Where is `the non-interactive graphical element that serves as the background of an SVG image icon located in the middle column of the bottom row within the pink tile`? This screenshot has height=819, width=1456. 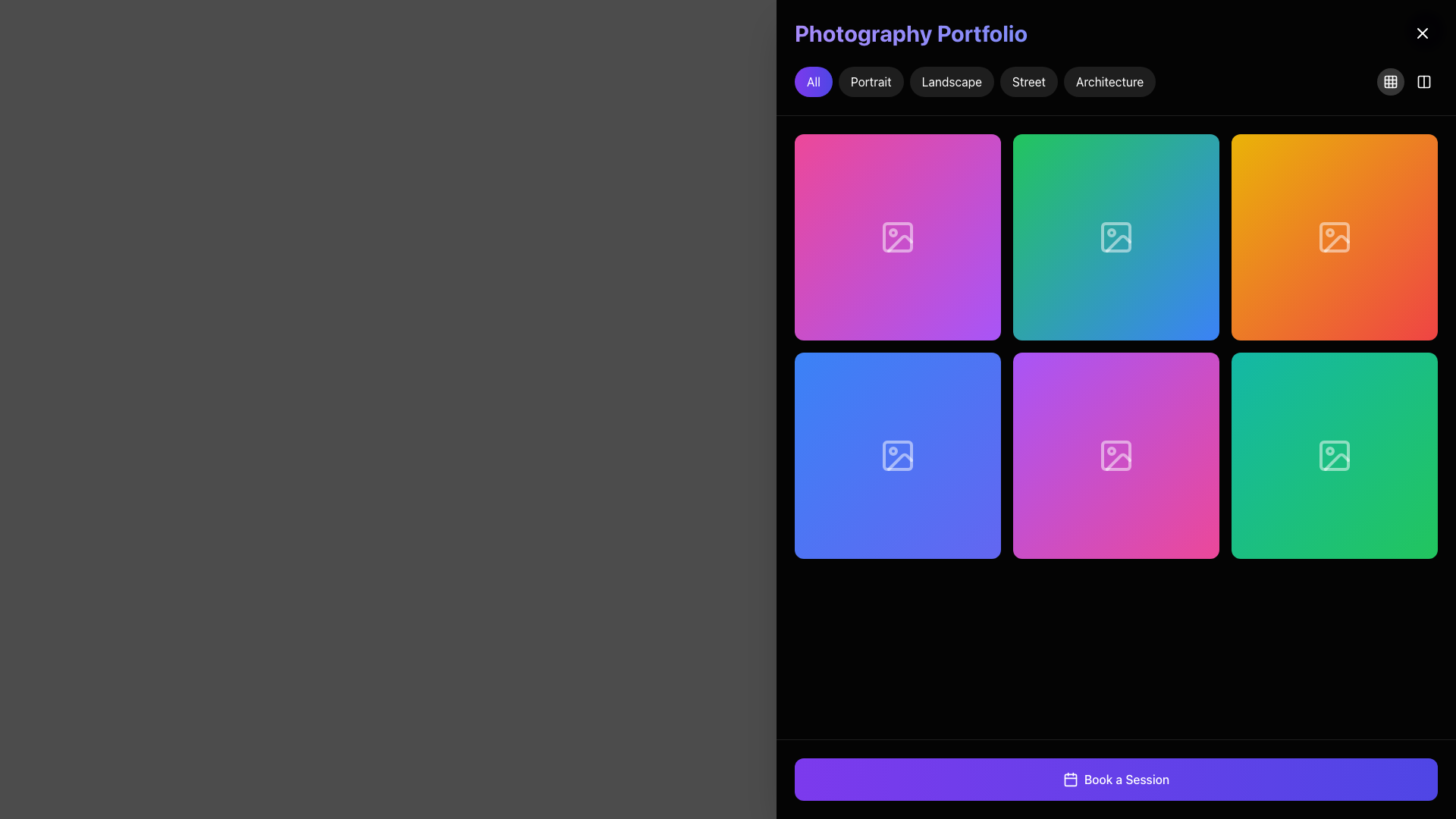
the non-interactive graphical element that serves as the background of an SVG image icon located in the middle column of the bottom row within the pink tile is located at coordinates (1116, 455).